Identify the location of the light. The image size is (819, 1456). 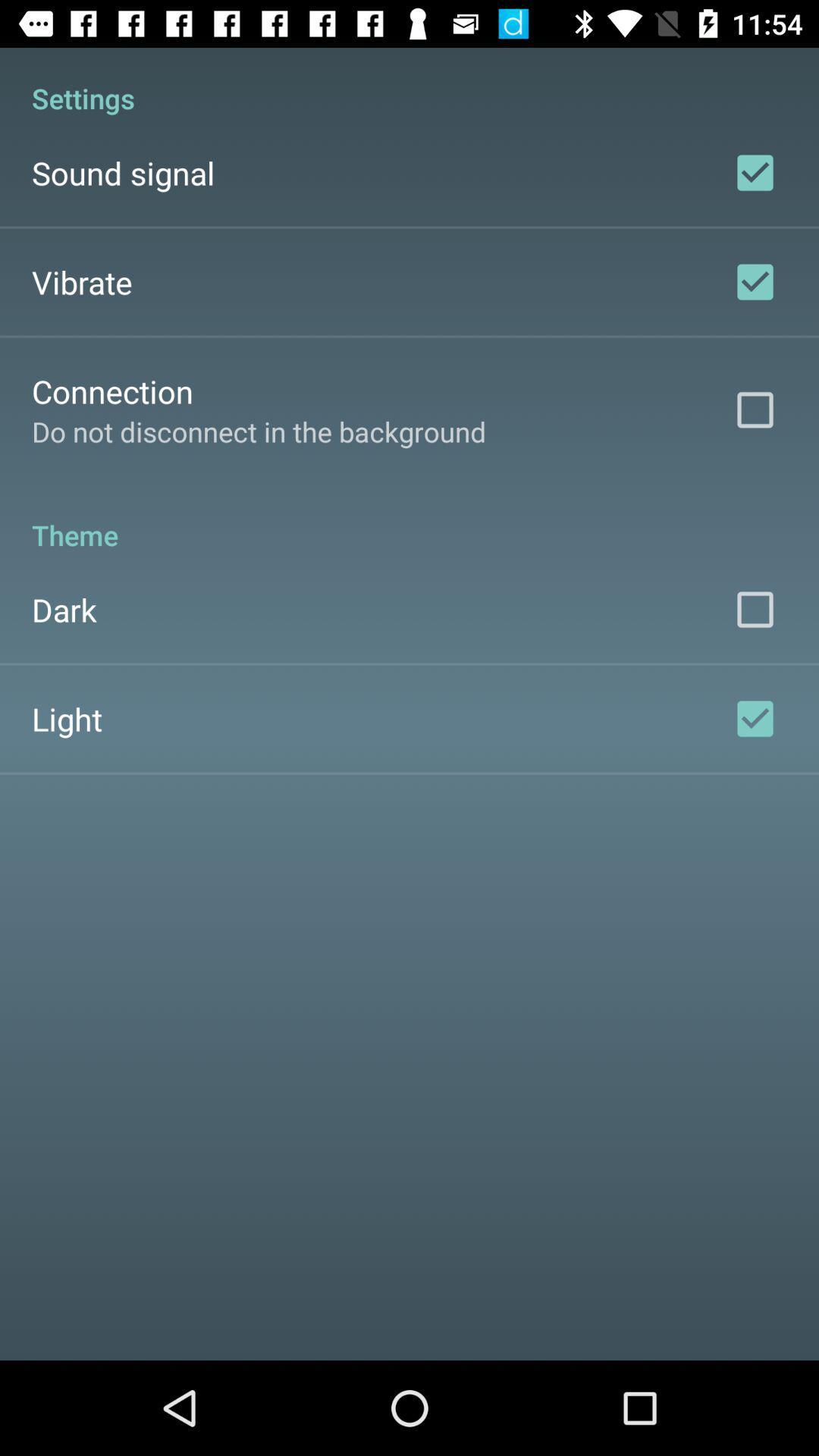
(66, 717).